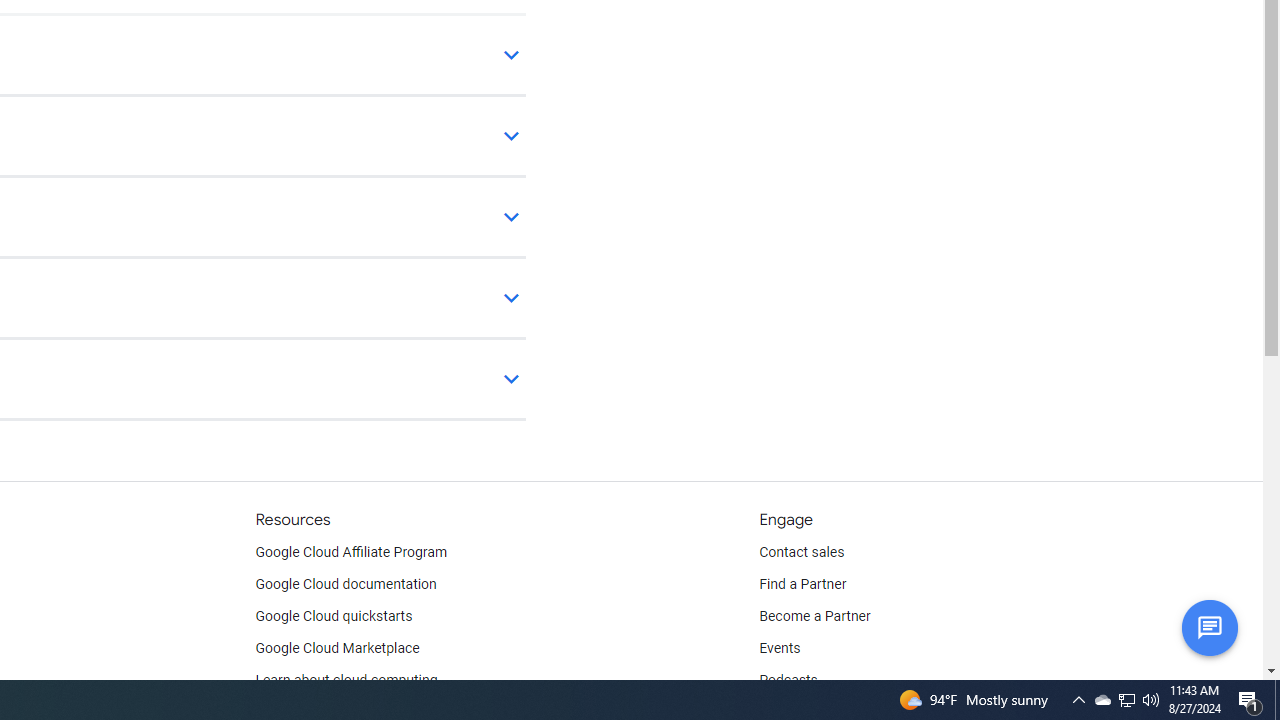 The image size is (1280, 720). Describe the element at coordinates (814, 616) in the screenshot. I see `'Become a Partner'` at that location.